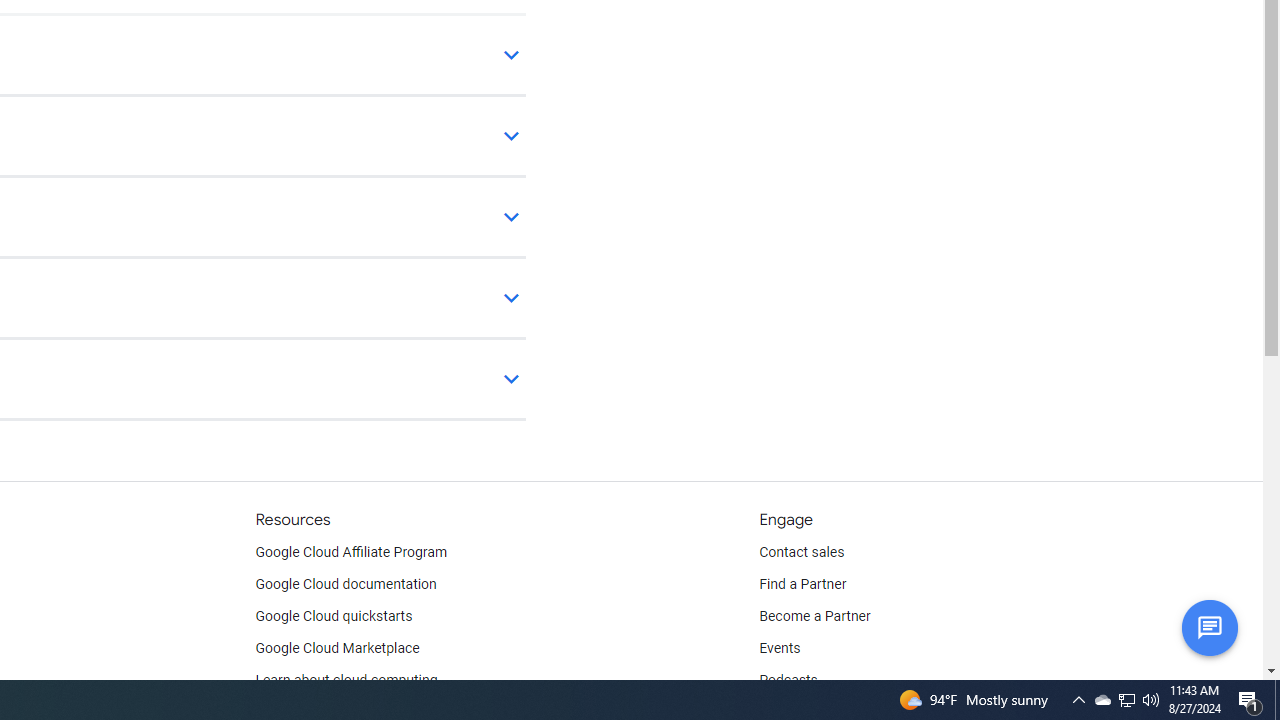 The image size is (1280, 720). Describe the element at coordinates (814, 616) in the screenshot. I see `'Become a Partner'` at that location.